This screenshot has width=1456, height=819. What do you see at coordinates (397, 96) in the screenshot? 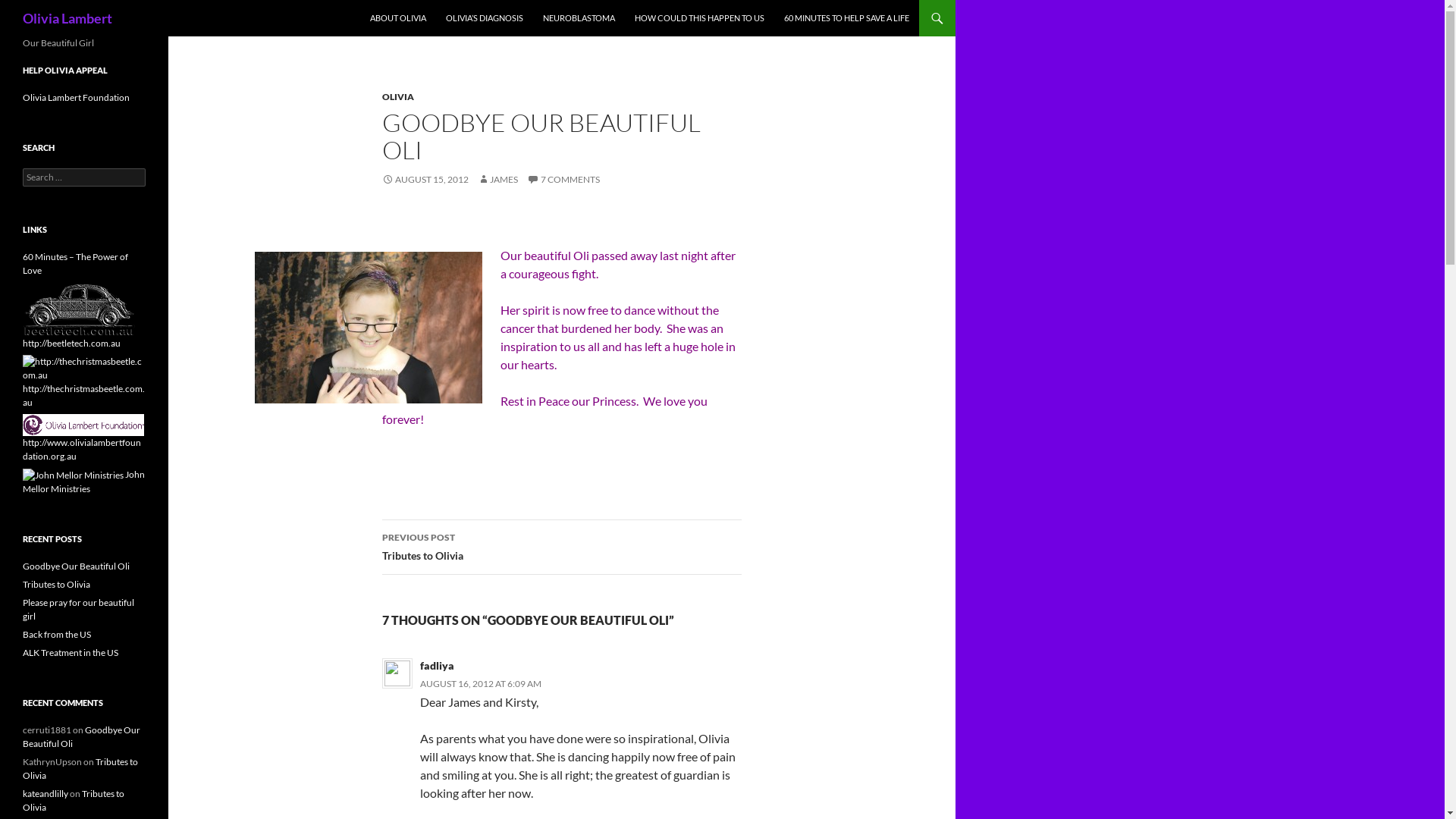
I see `'OLIVIA'` at bounding box center [397, 96].